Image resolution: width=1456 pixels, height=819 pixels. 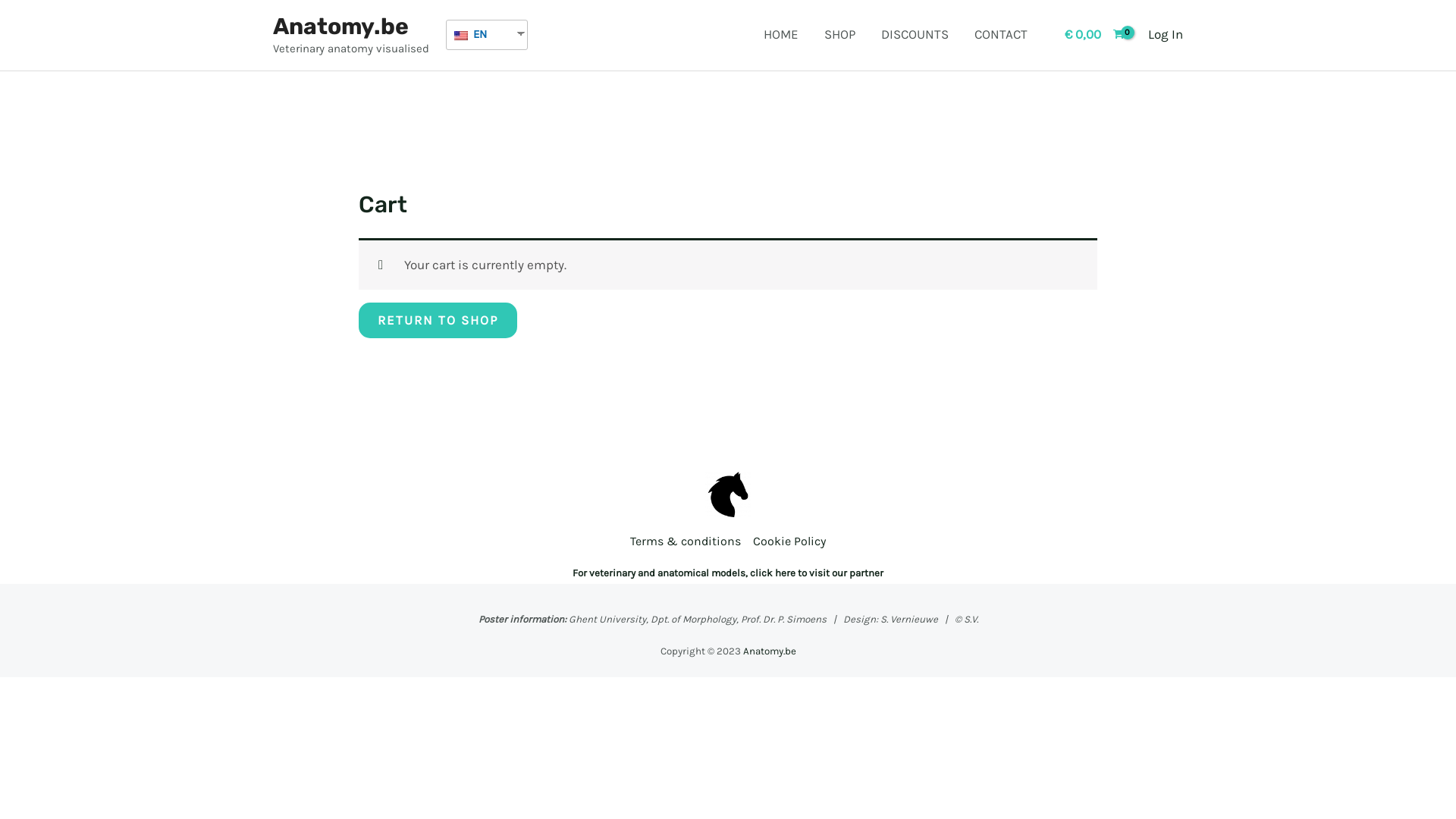 I want to click on 'DISCOUNTS', so click(x=867, y=34).